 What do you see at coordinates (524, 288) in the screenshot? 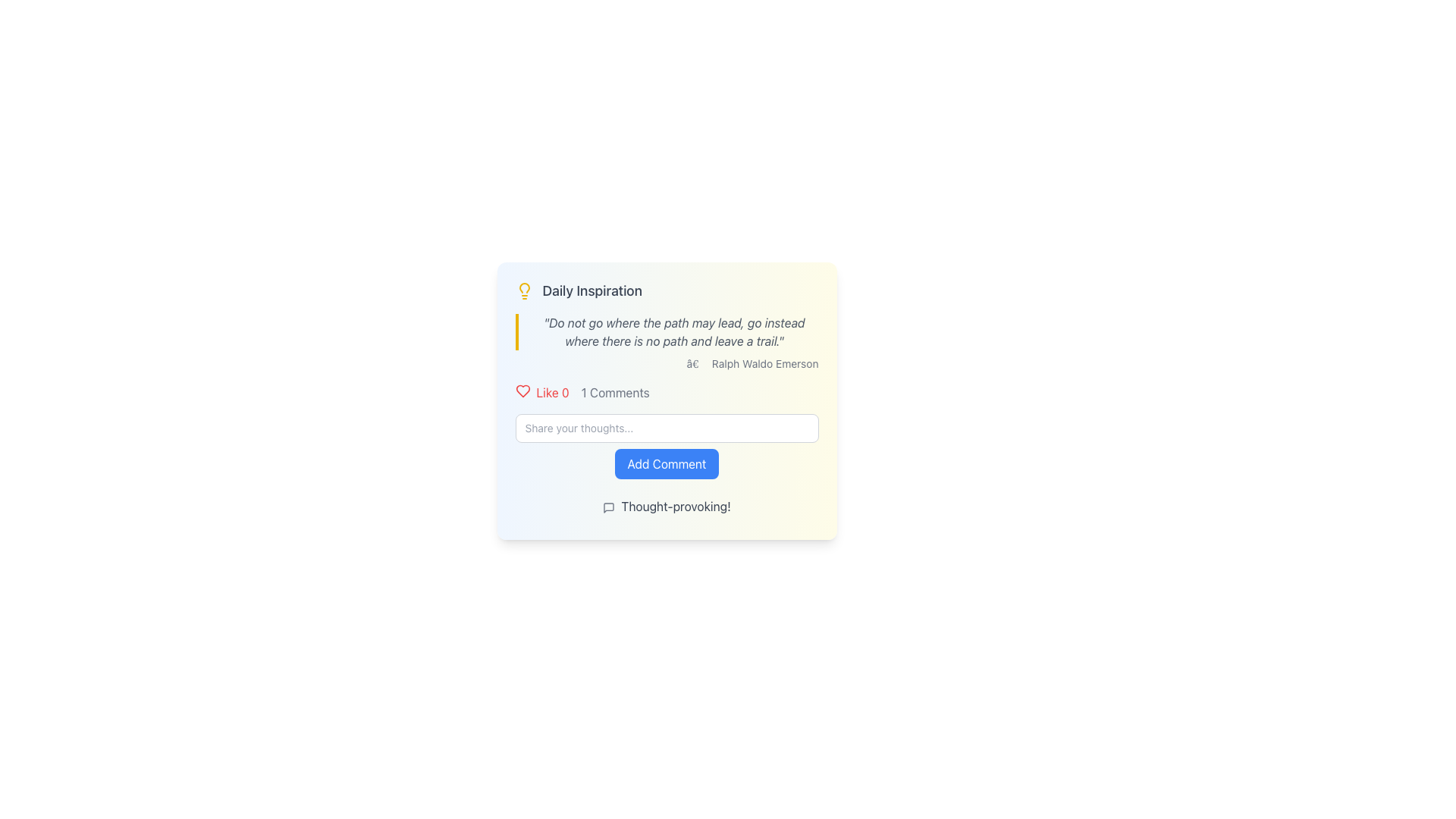
I see `the upper part of the lightbulb icon representing the filament area in the SVG element located to the left of the 'Daily Inspiration' title` at bounding box center [524, 288].